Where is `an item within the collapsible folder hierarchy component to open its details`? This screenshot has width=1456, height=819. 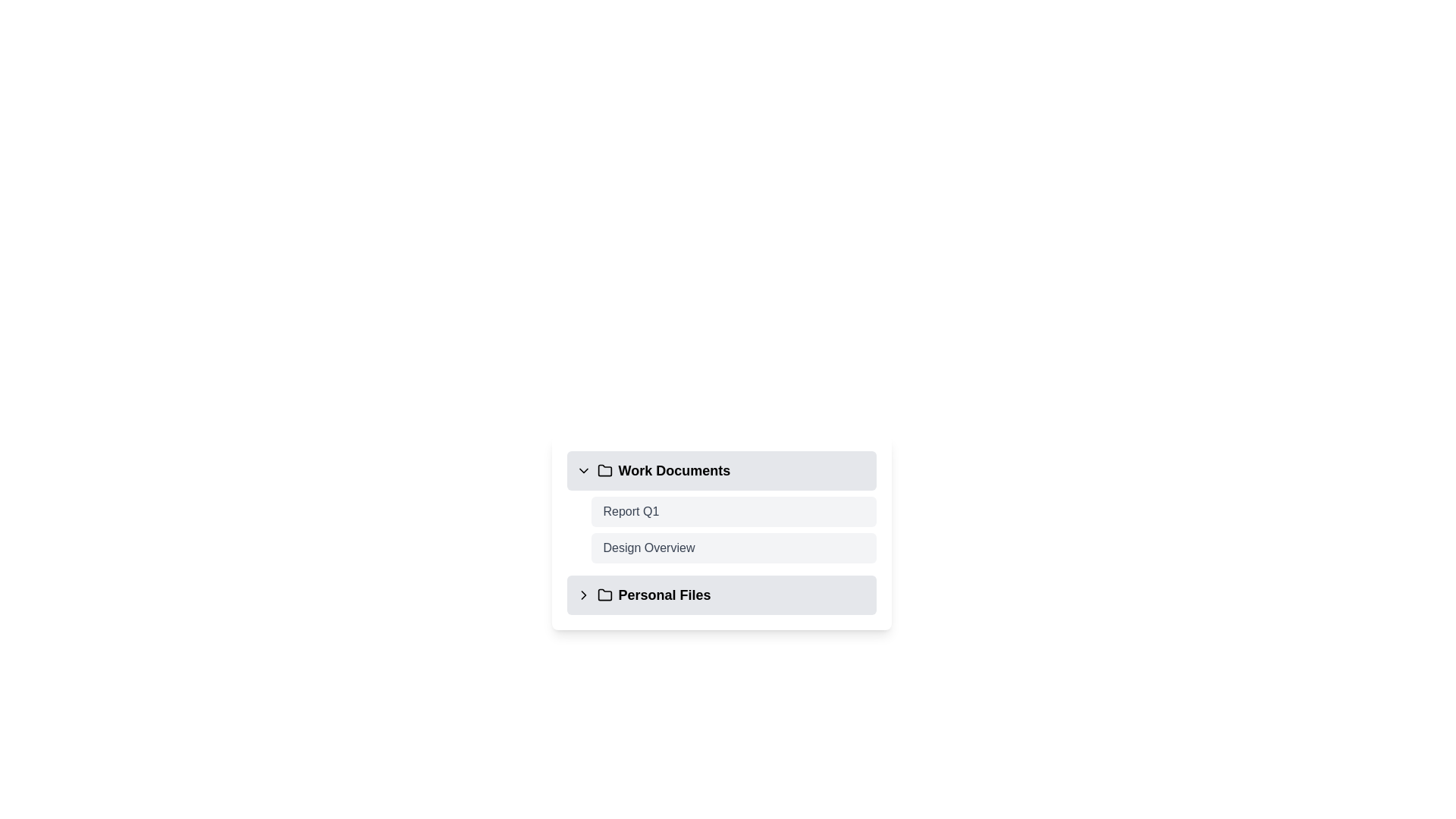
an item within the collapsible folder hierarchy component to open its details is located at coordinates (720, 532).